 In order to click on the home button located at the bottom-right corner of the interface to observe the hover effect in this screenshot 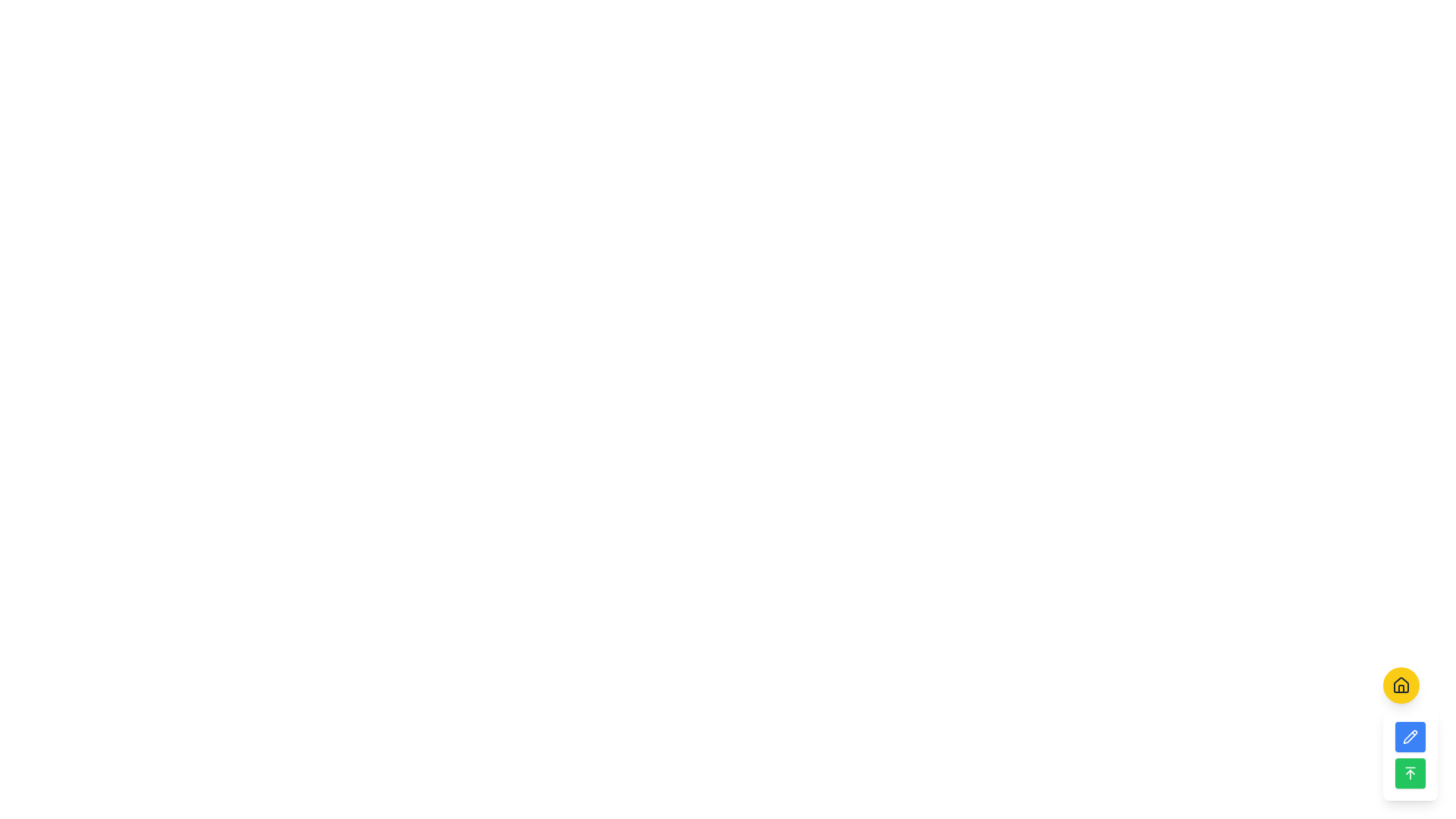, I will do `click(1401, 685)`.